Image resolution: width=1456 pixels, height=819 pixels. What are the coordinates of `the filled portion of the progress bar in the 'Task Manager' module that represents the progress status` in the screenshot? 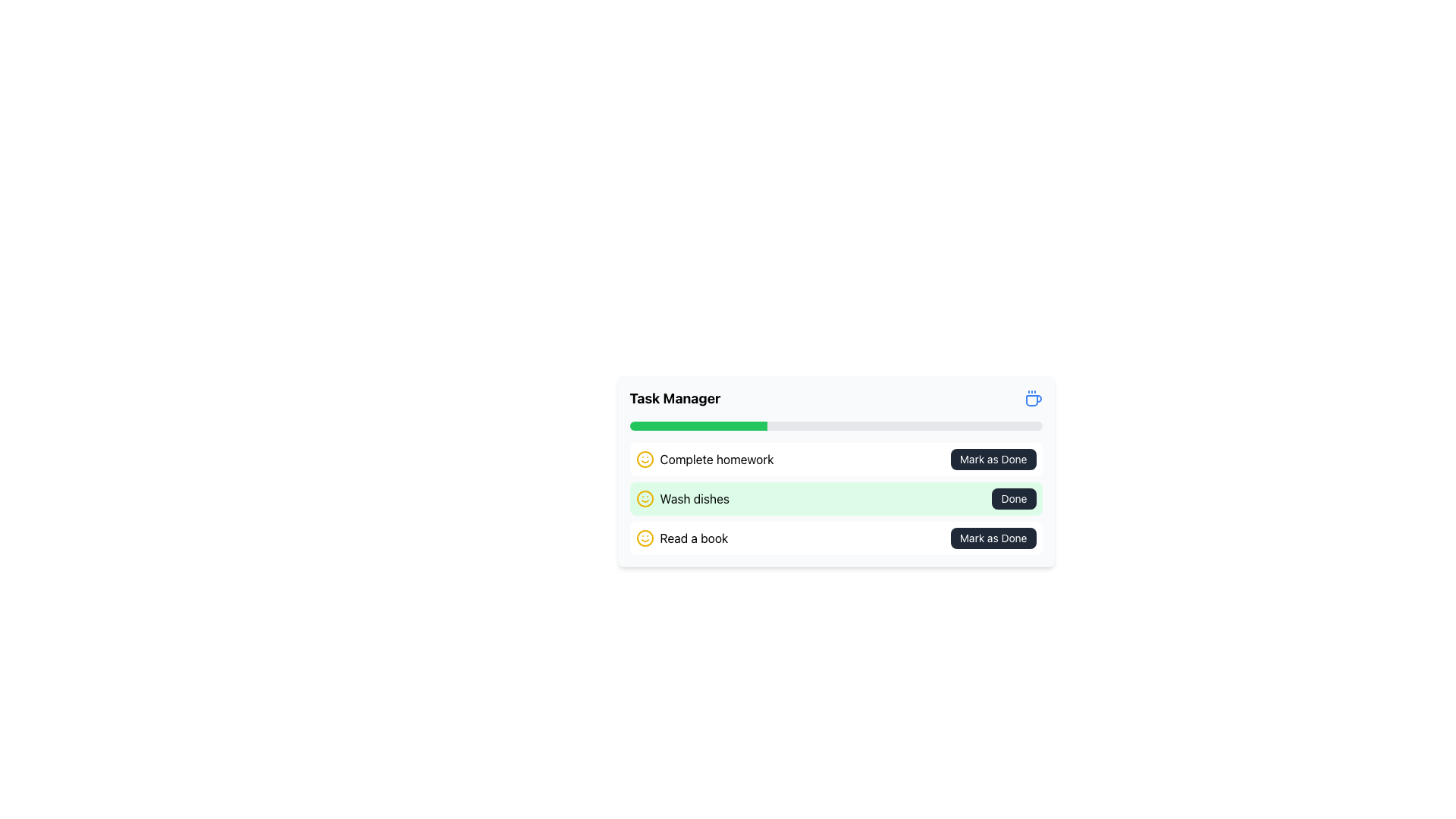 It's located at (698, 426).